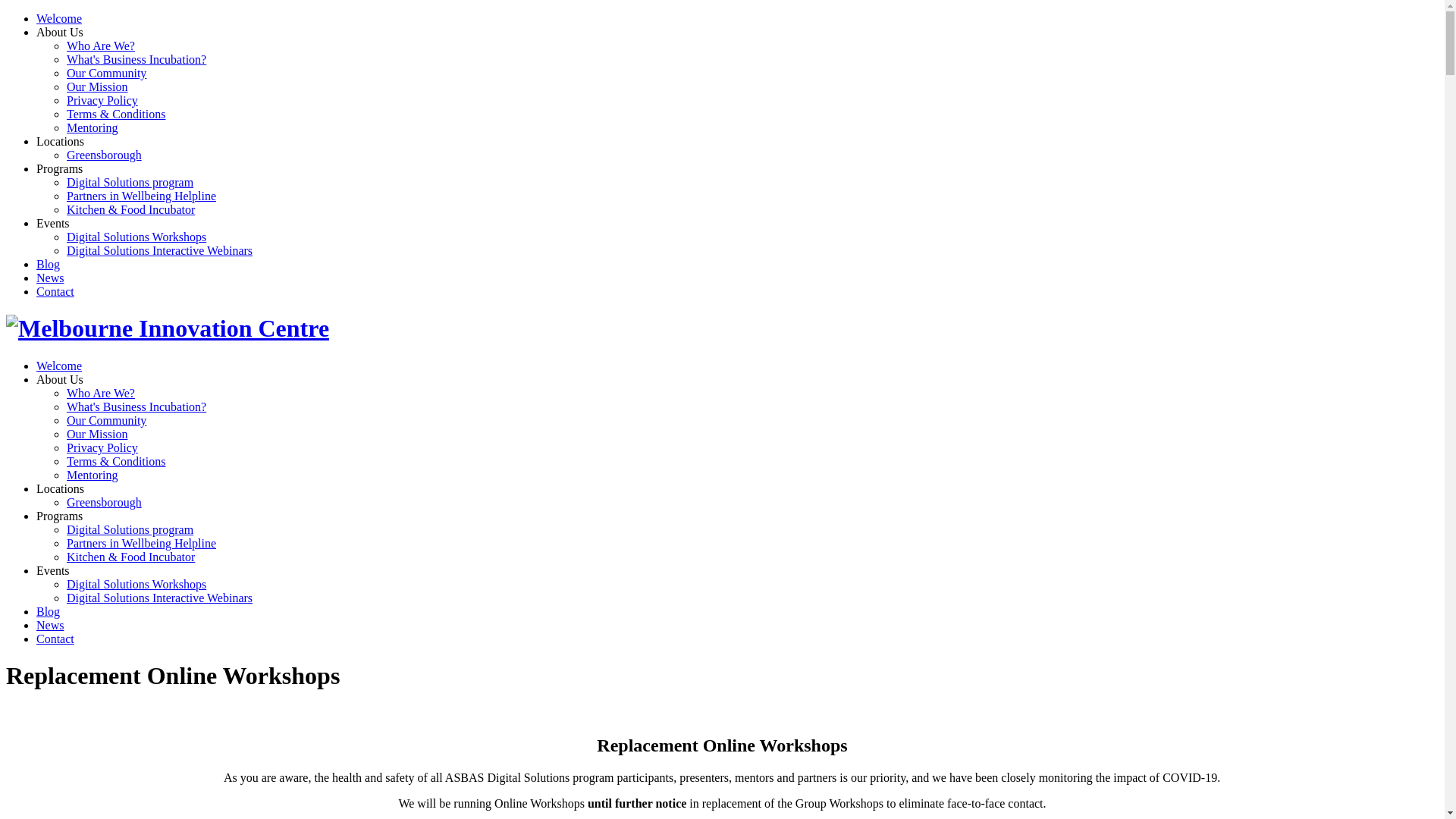 Image resolution: width=1456 pixels, height=819 pixels. What do you see at coordinates (36, 515) in the screenshot?
I see `'Programs'` at bounding box center [36, 515].